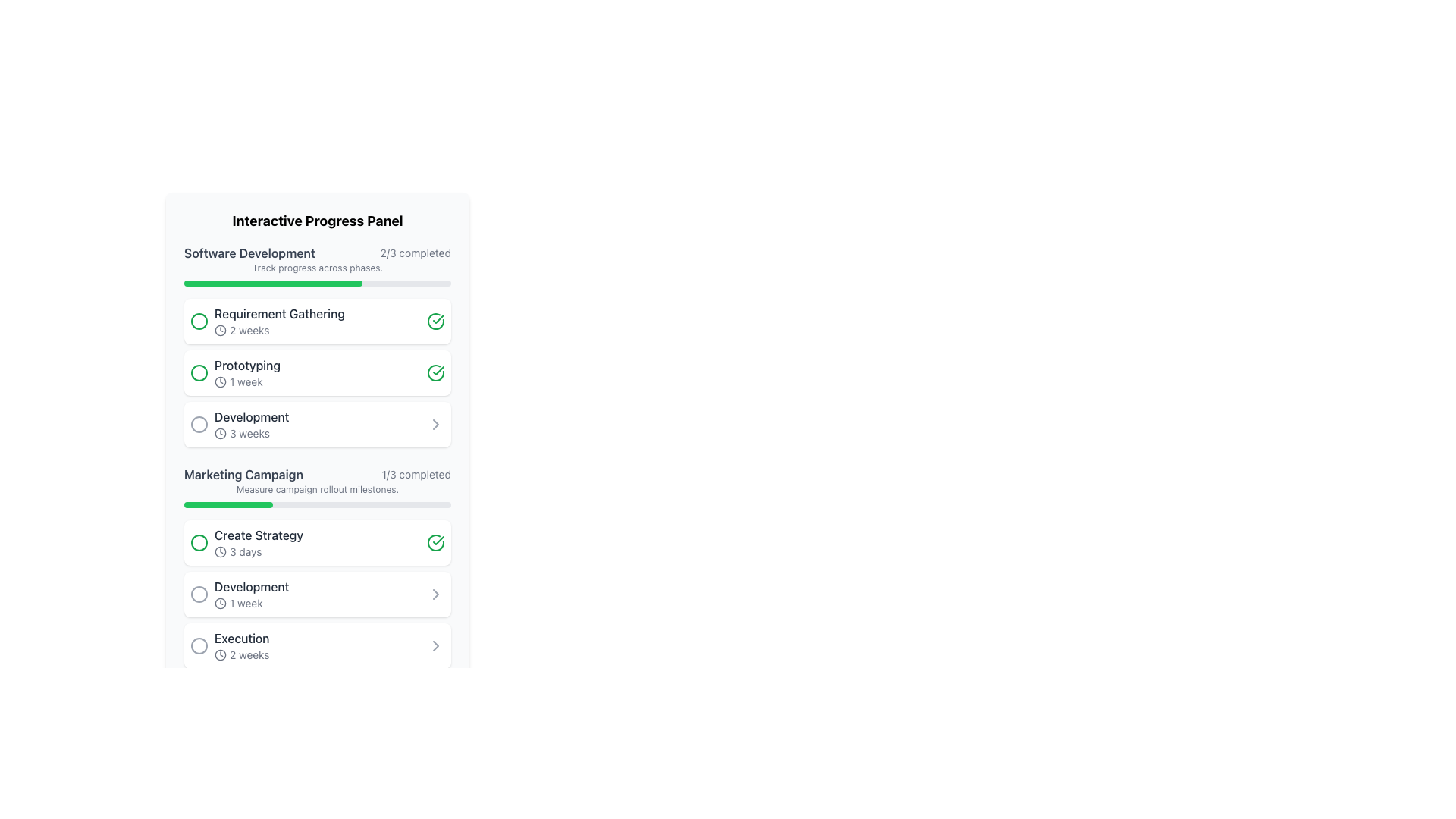 The width and height of the screenshot is (1456, 819). Describe the element at coordinates (280, 321) in the screenshot. I see `the 'Requirement Gathering' task item in the 'Software Development' section of the 'Interactive Progress Panel'` at that location.